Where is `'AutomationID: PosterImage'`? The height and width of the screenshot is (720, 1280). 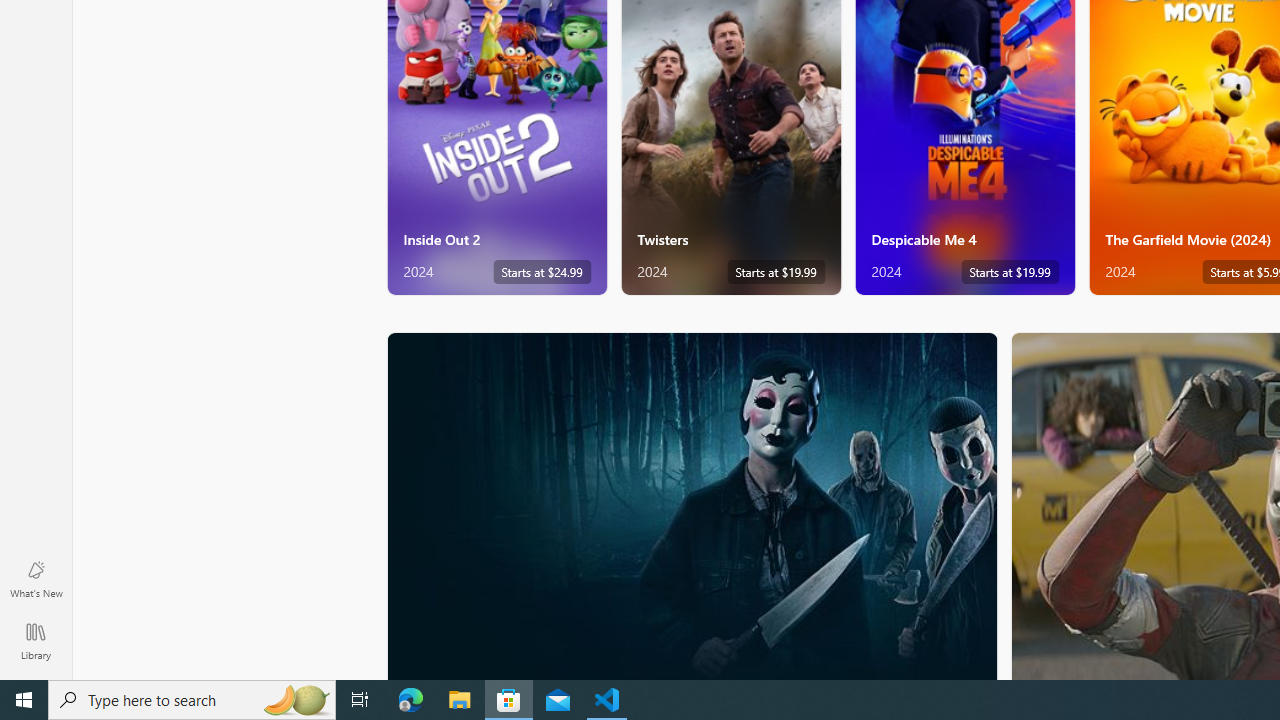
'AutomationID: PosterImage' is located at coordinates (691, 505).